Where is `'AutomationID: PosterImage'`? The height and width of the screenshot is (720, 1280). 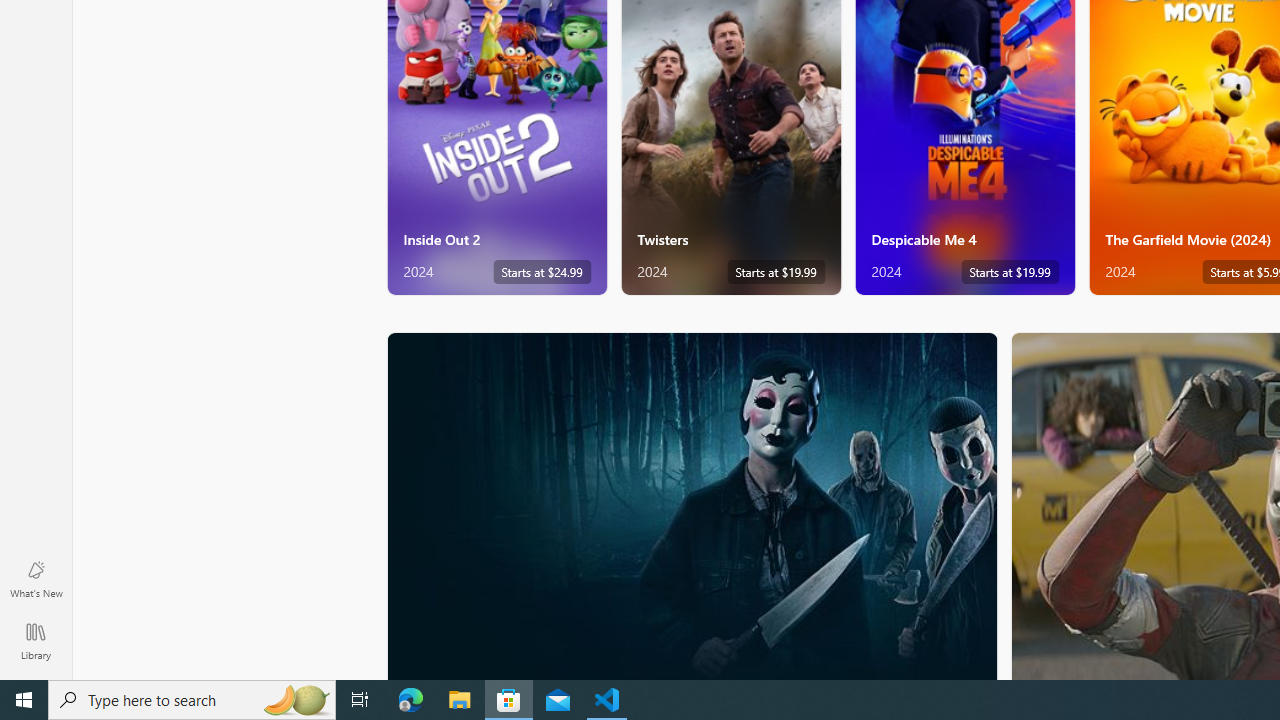
'AutomationID: PosterImage' is located at coordinates (691, 505).